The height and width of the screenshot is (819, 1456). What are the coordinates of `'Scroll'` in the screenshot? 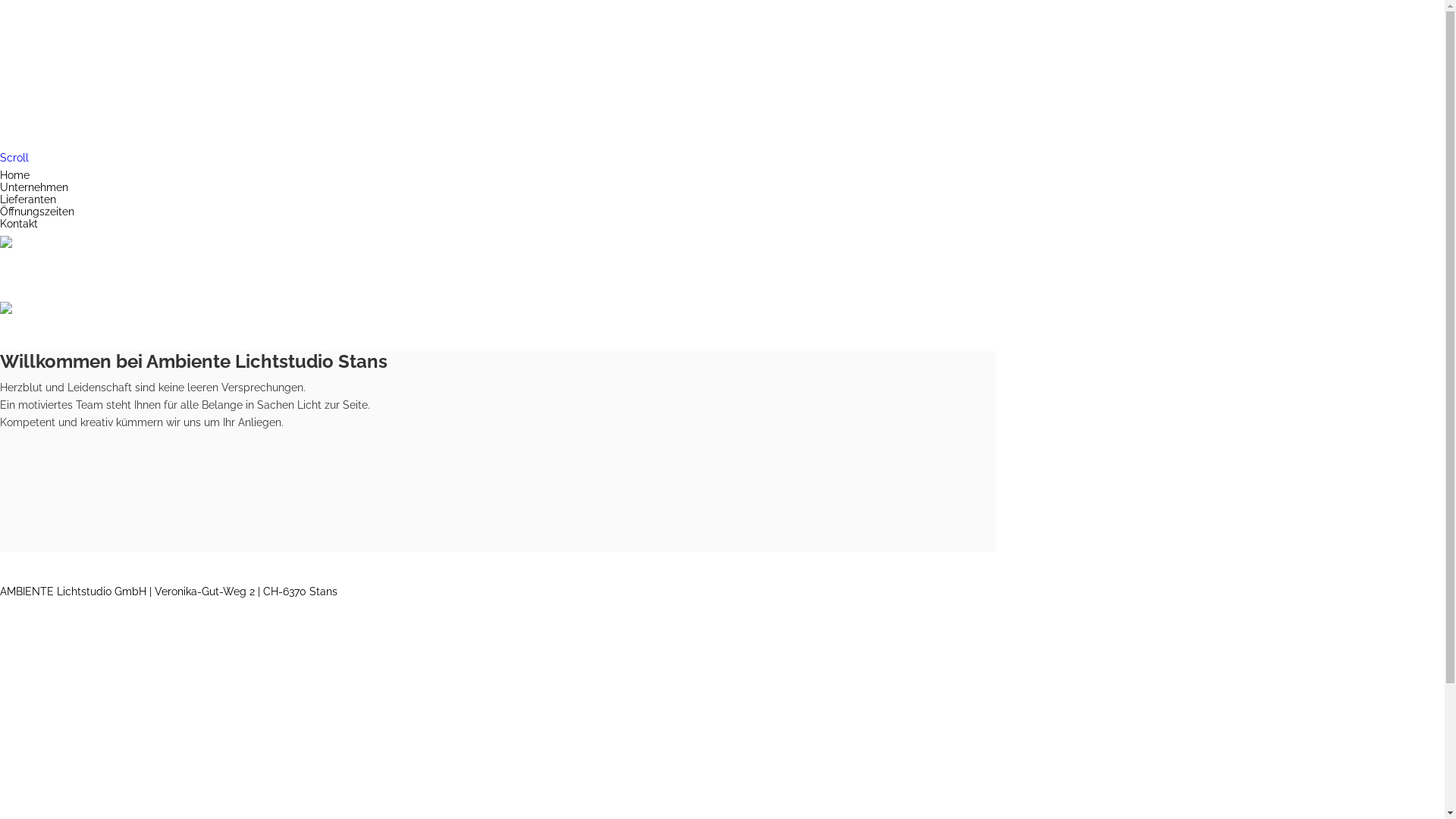 It's located at (0, 158).